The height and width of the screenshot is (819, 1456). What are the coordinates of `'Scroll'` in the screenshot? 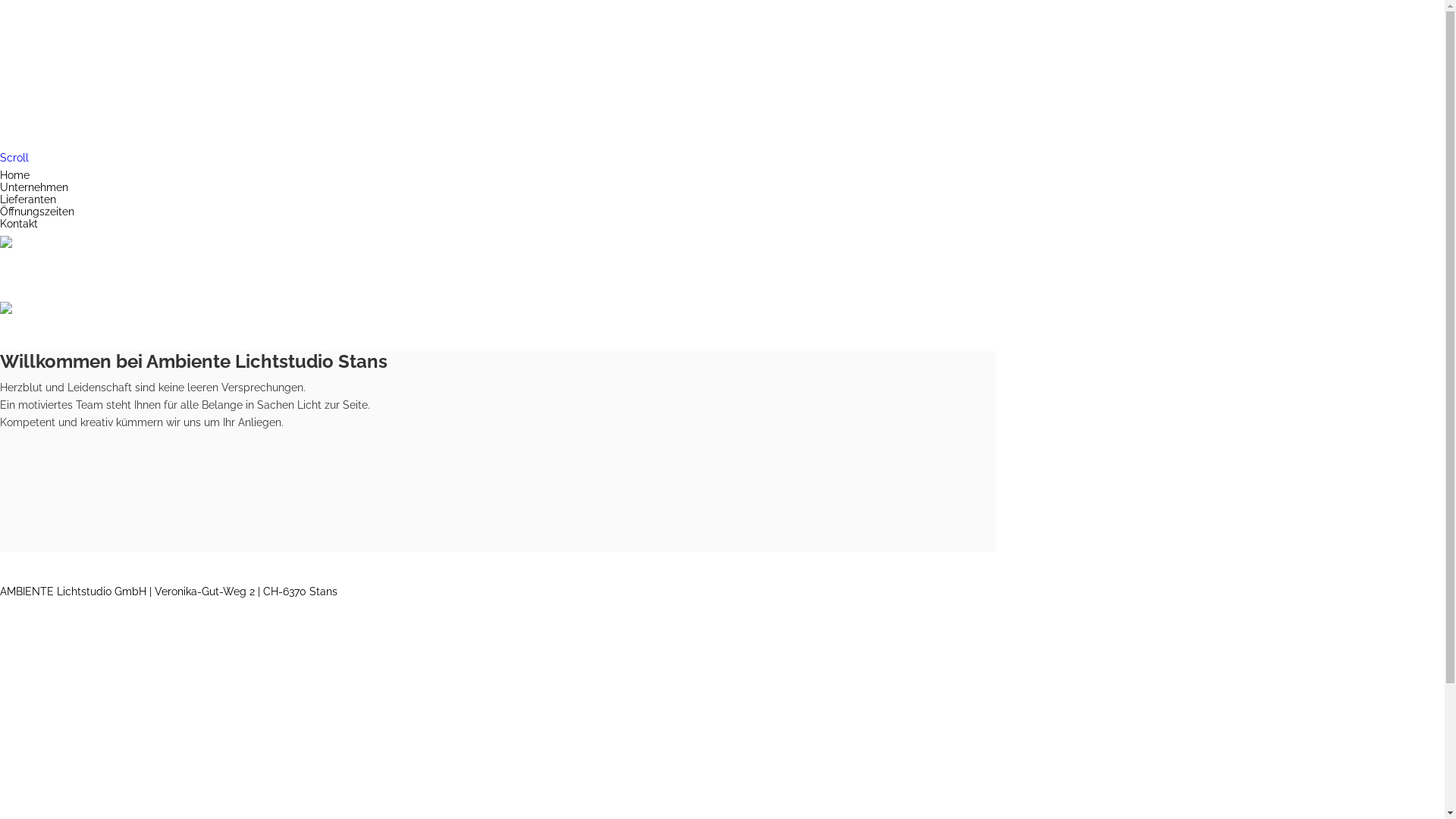 It's located at (0, 158).